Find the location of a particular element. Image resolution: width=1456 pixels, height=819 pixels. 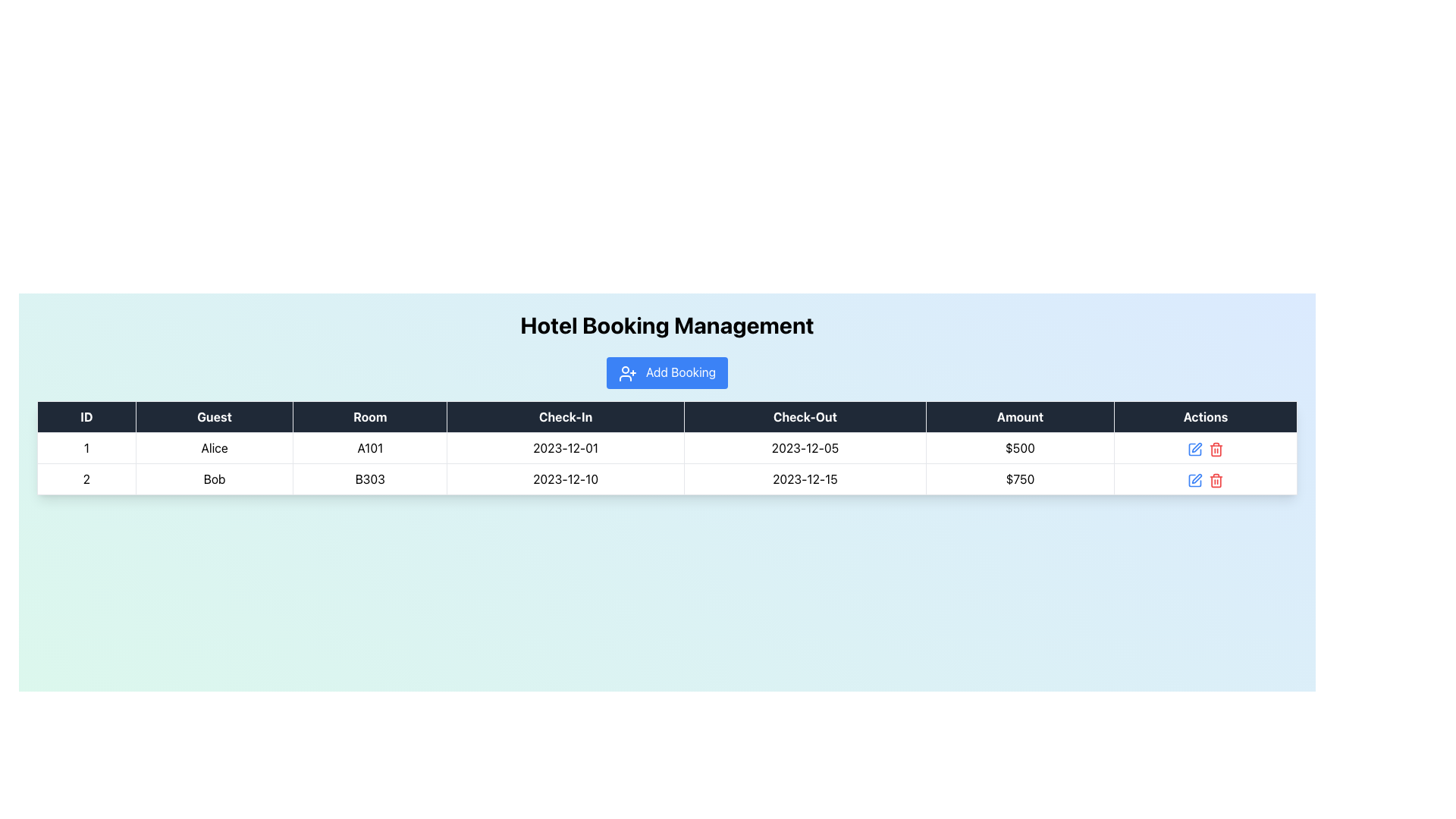

the Text Display Cell that contains the text '$500', which is the sixth cell in the first row of a table displaying booking details for the guest 'Alice' is located at coordinates (1020, 447).